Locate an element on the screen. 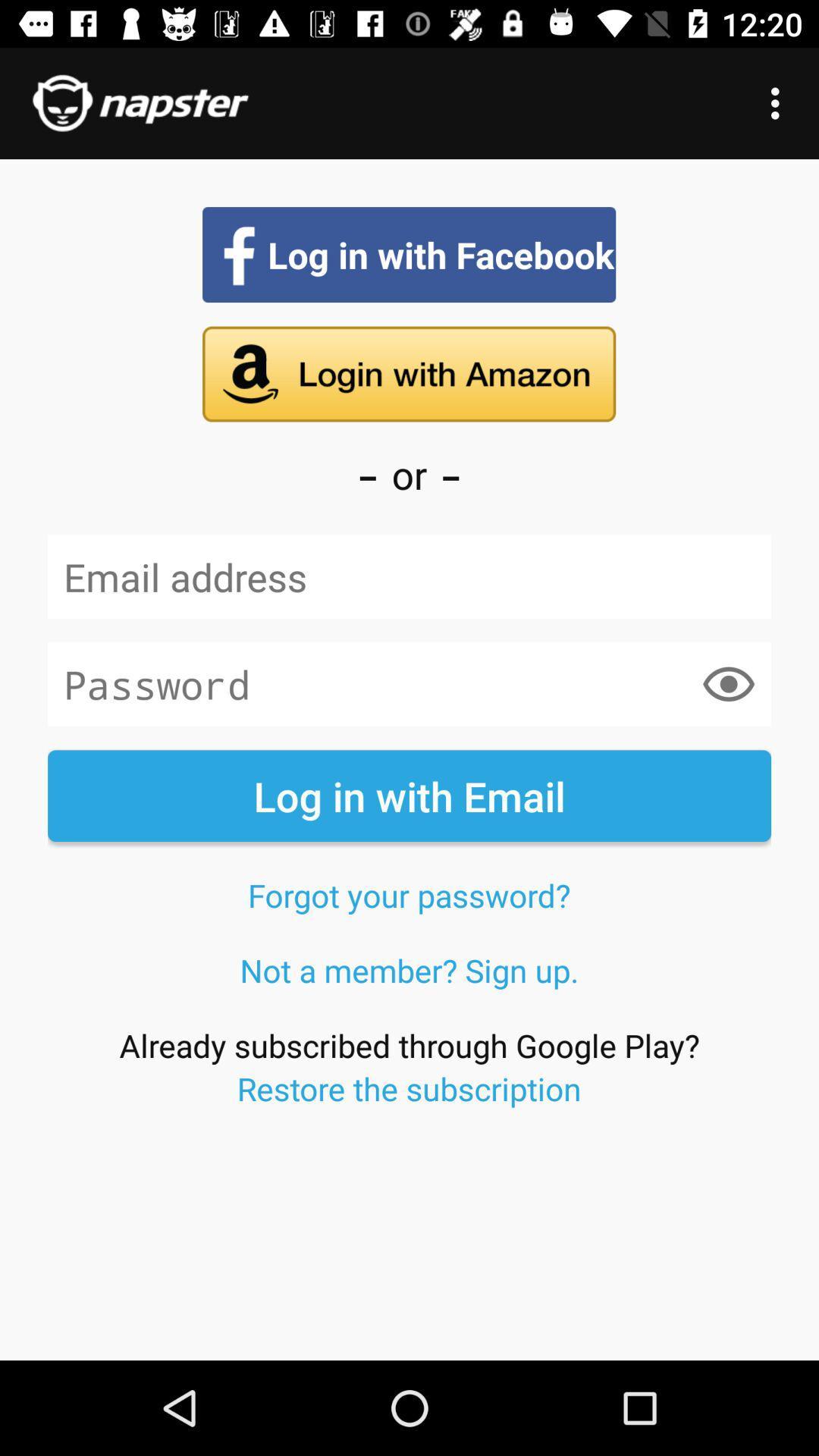 This screenshot has width=819, height=1456. the icon at the top right corner is located at coordinates (779, 102).